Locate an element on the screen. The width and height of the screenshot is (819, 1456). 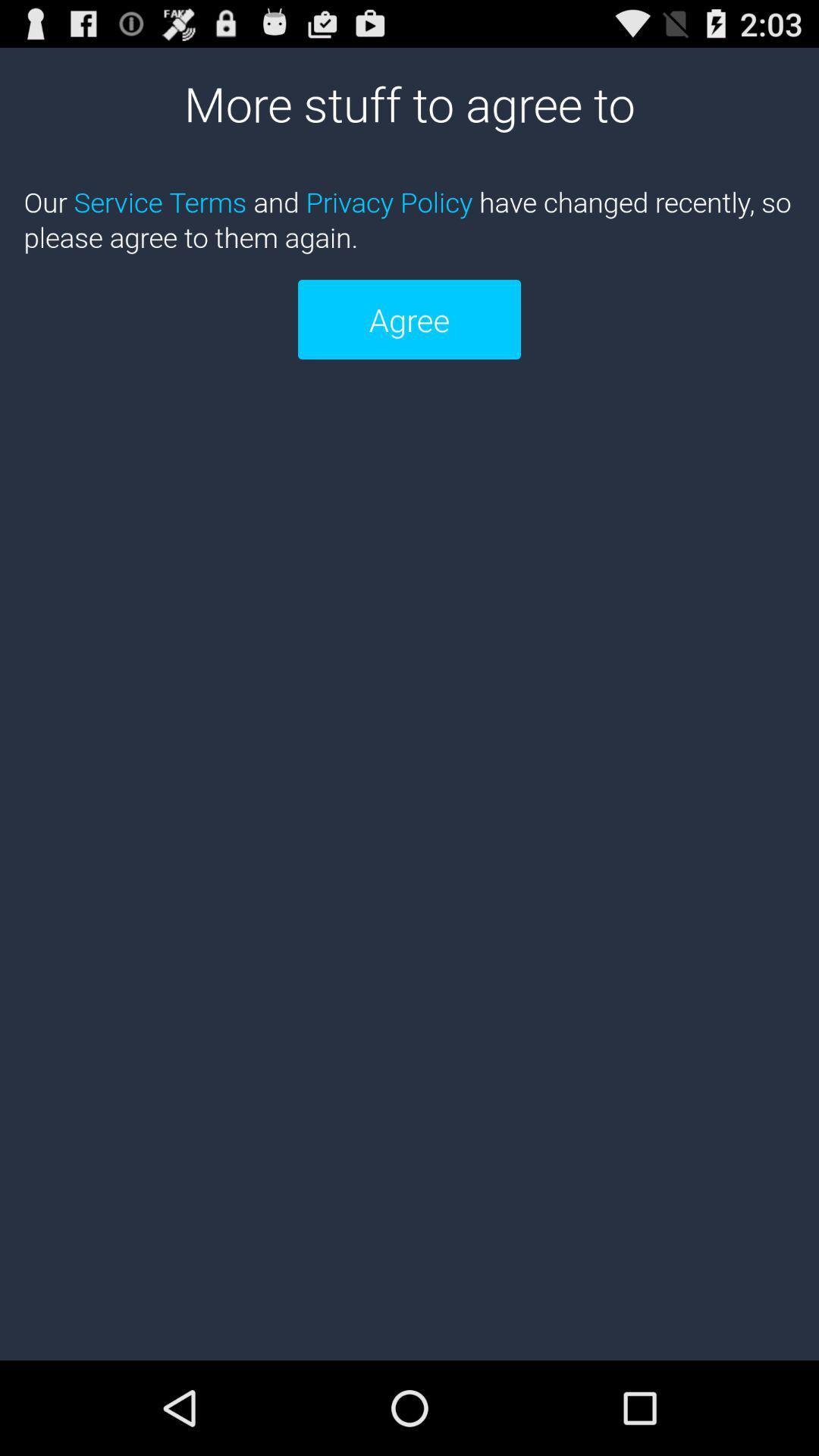
icon below more stuff to icon is located at coordinates (409, 218).